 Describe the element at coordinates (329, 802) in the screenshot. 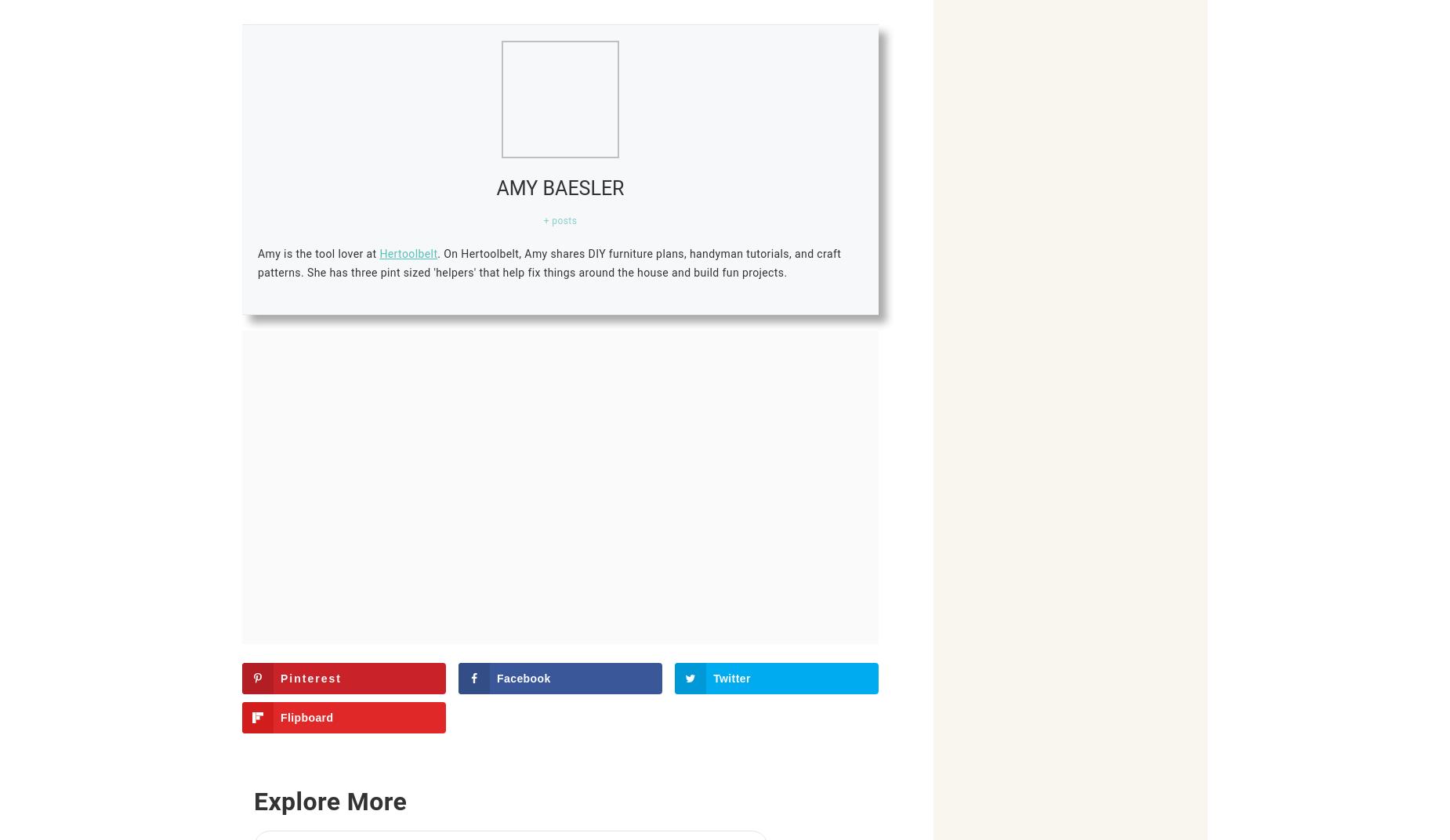

I see `'Explore More'` at that location.